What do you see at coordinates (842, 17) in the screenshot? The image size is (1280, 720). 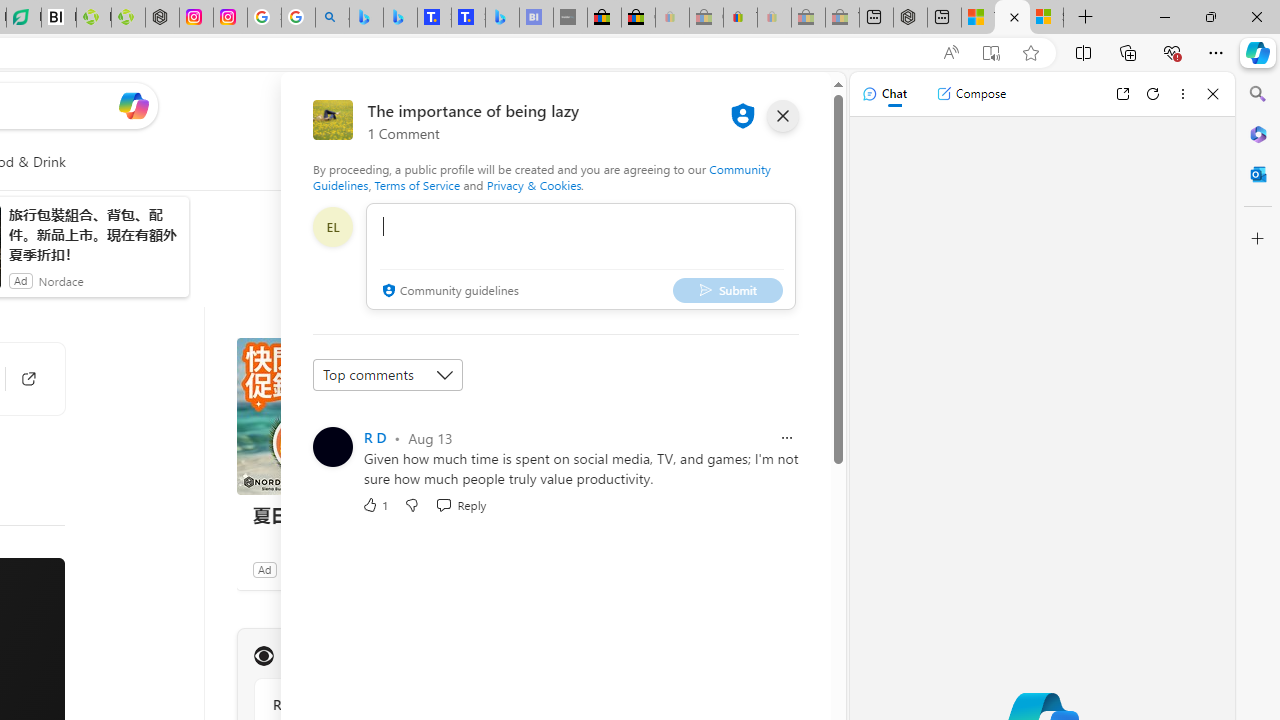 I see `'Yard, Garden & Outdoor Living - Sleeping'` at bounding box center [842, 17].